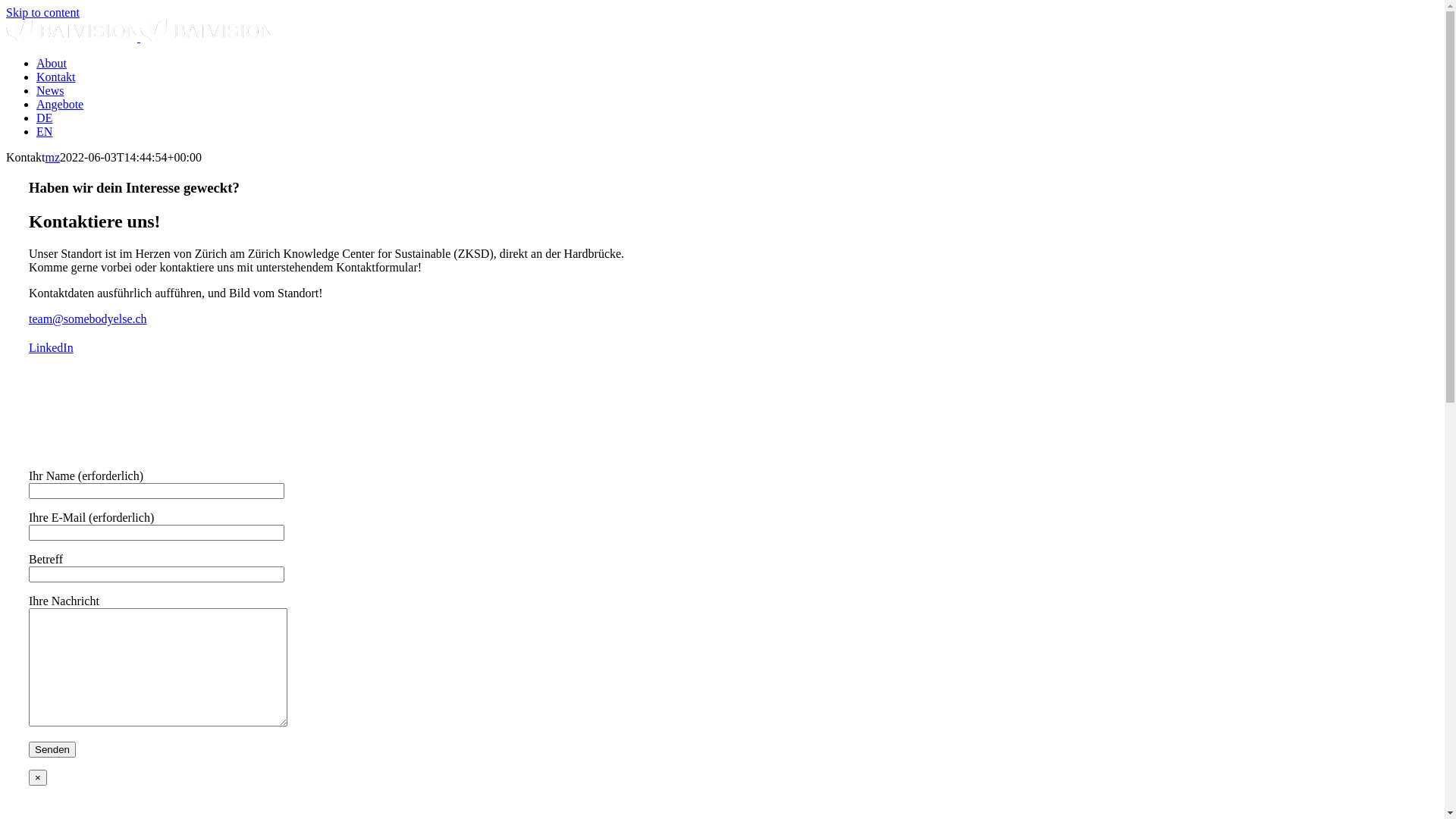  Describe the element at coordinates (59, 103) in the screenshot. I see `'Angebote'` at that location.